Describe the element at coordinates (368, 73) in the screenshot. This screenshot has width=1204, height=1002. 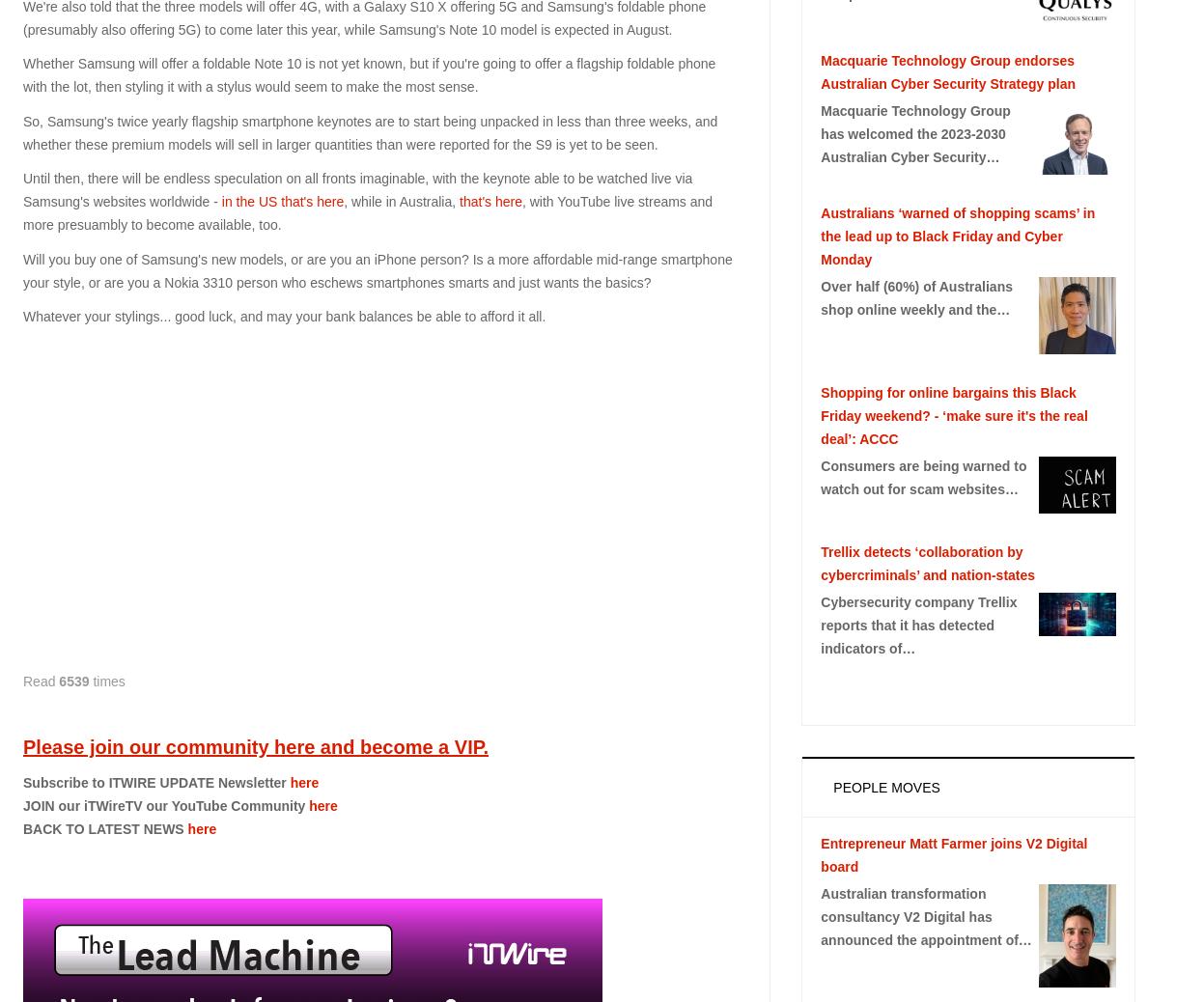
I see `'Whether Samsung will offer a foldable Note 10 is not yet known, but if you're going to offer a flagship foldable phone with the lot, then styling it with a stylus would seem to make the most sense.'` at that location.